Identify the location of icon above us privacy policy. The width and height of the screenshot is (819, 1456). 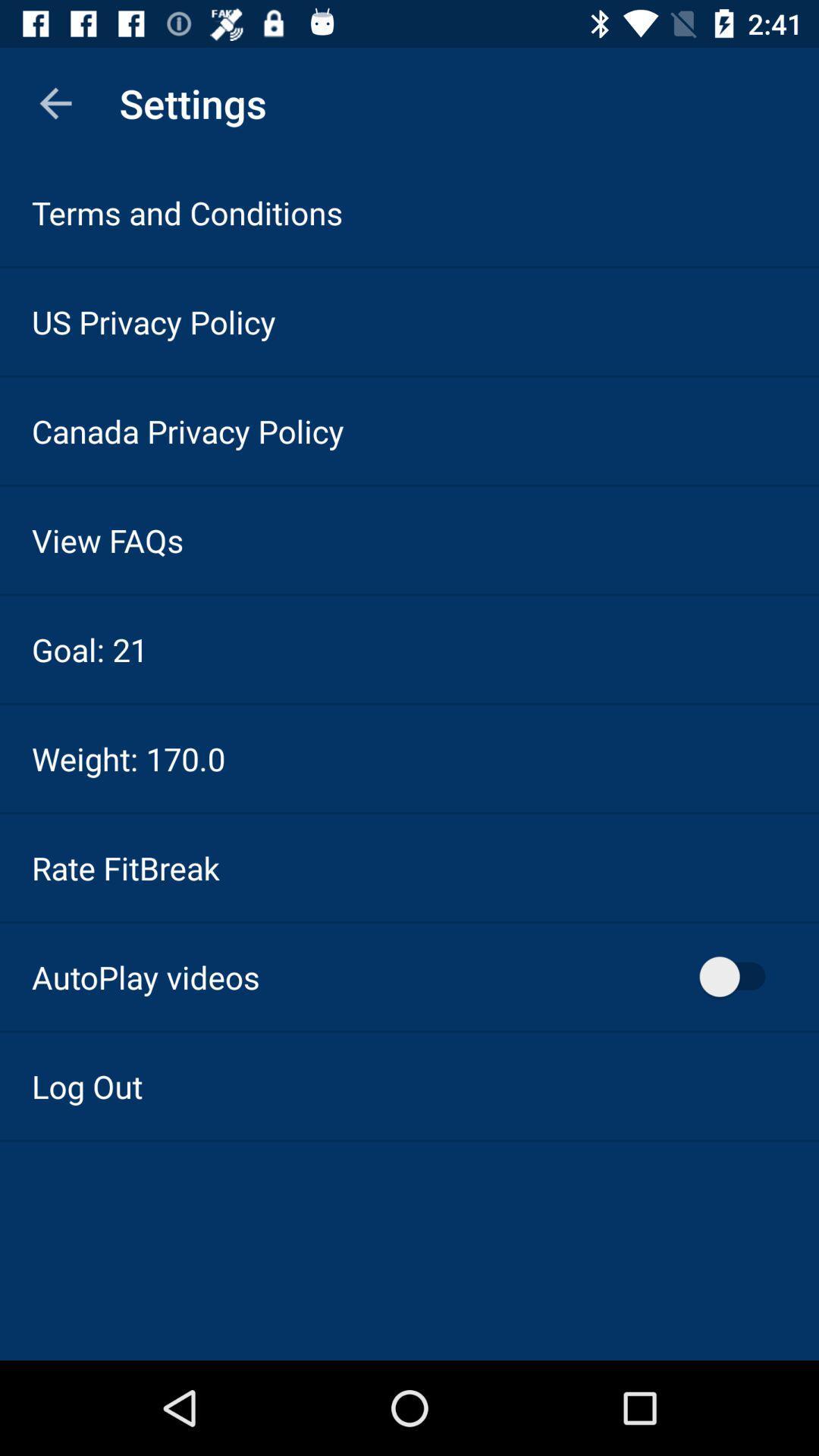
(187, 212).